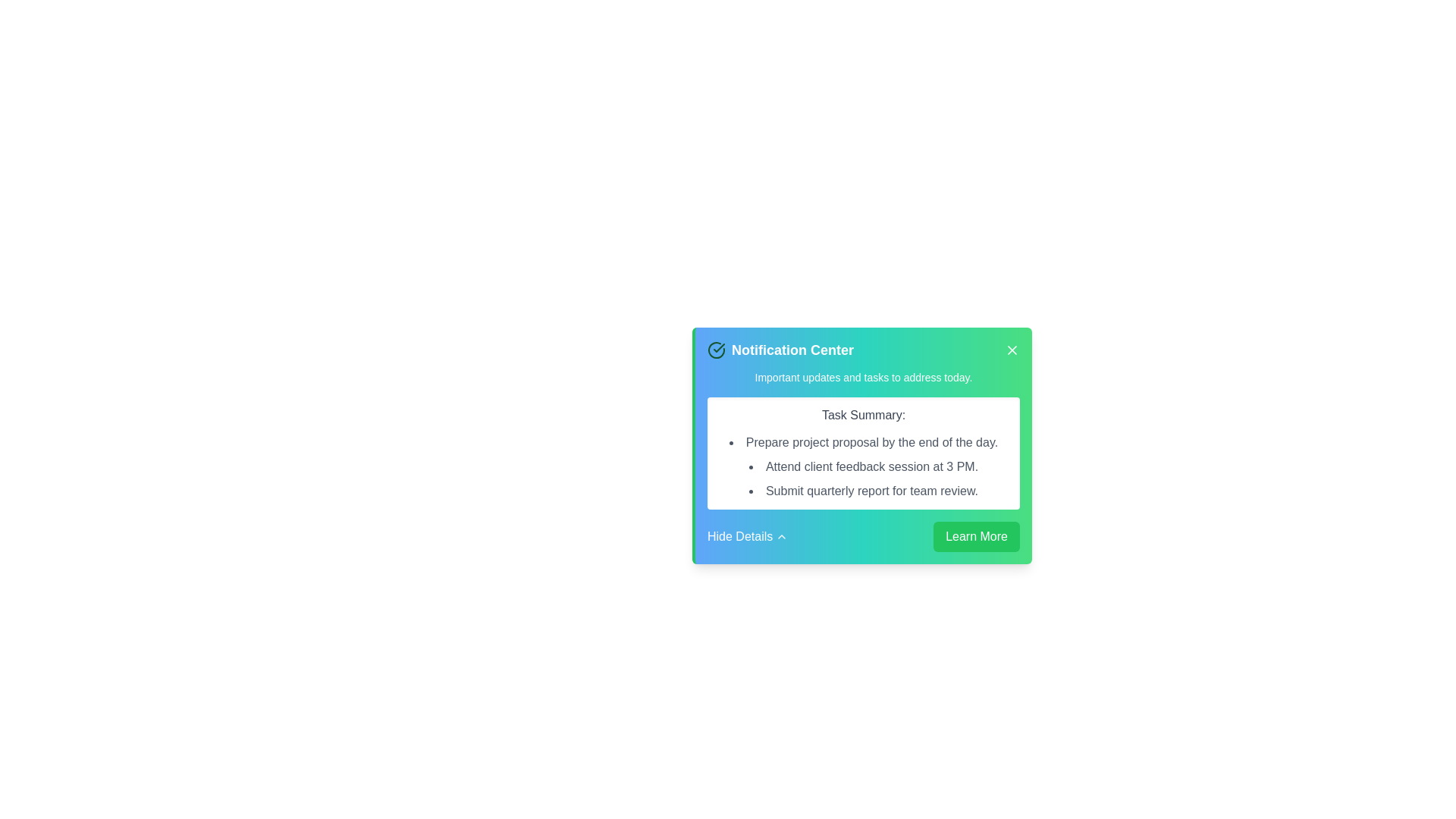  What do you see at coordinates (780, 350) in the screenshot?
I see `the 'Notification Center' text label with a check mark icon, which is located at the top-left corner of the notification card interface` at bounding box center [780, 350].